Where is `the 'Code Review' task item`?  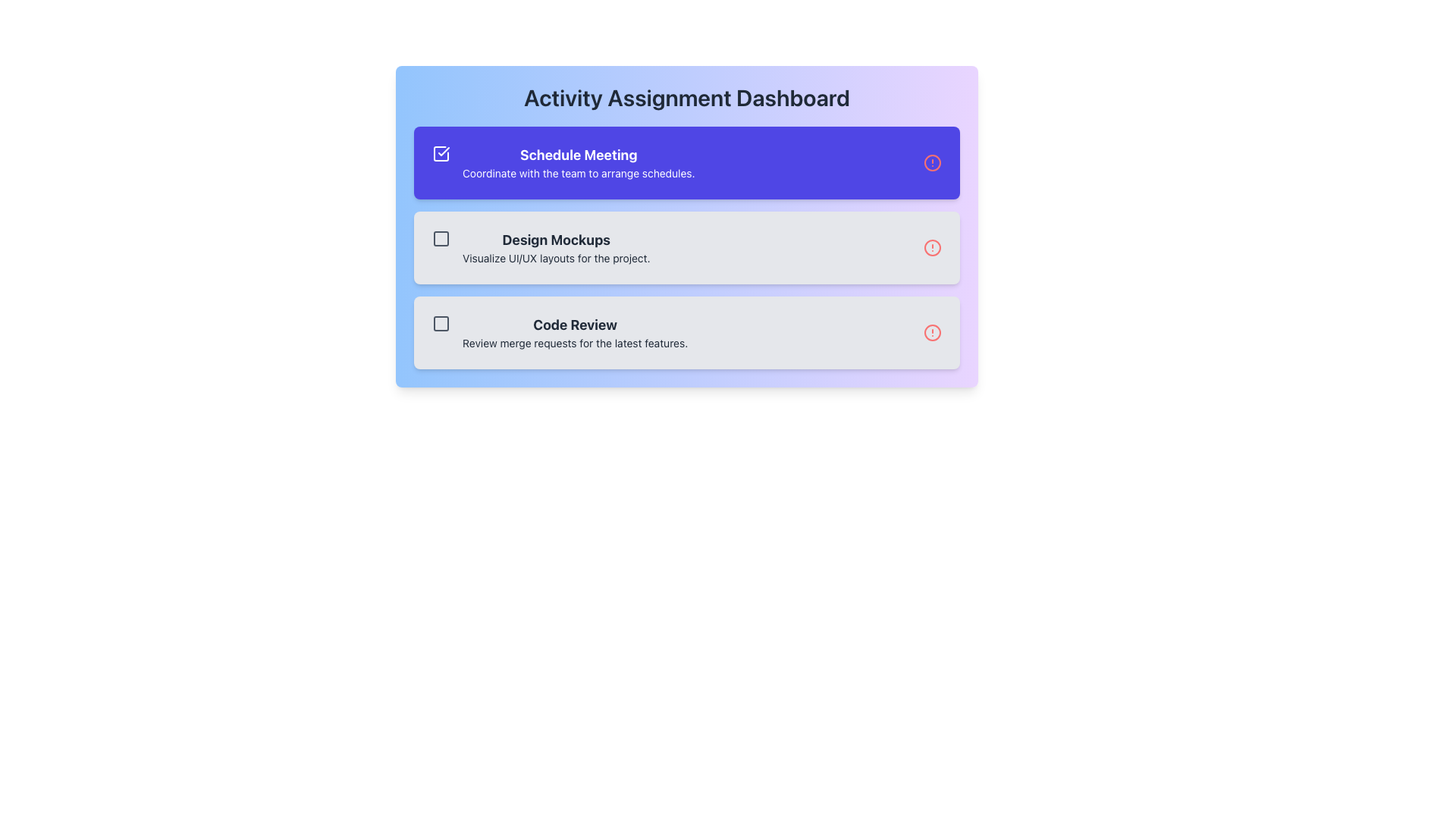 the 'Code Review' task item is located at coordinates (574, 332).